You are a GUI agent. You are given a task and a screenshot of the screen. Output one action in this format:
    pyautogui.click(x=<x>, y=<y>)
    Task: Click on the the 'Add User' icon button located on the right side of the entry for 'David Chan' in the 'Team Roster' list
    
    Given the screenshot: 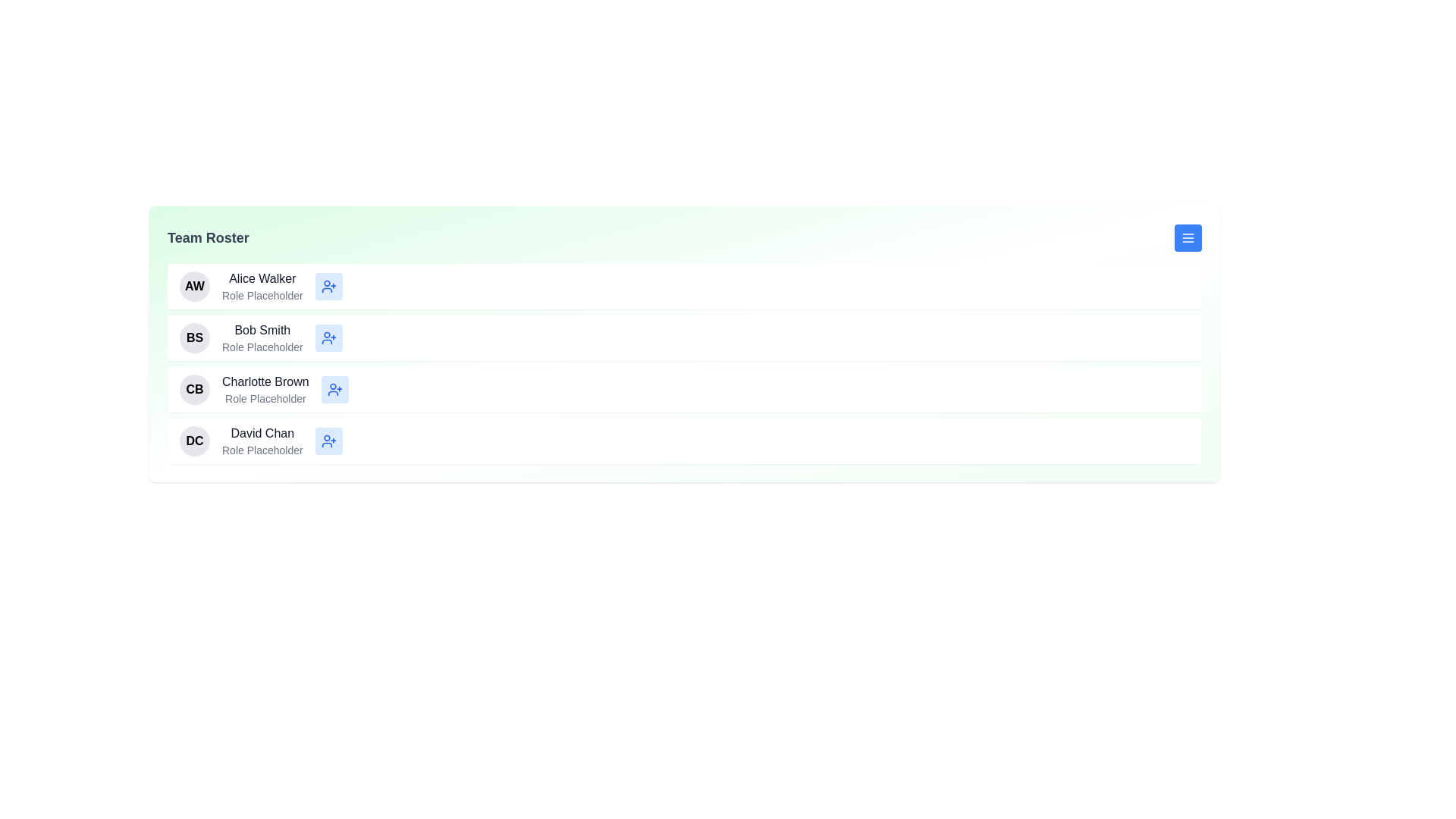 What is the action you would take?
    pyautogui.click(x=328, y=441)
    